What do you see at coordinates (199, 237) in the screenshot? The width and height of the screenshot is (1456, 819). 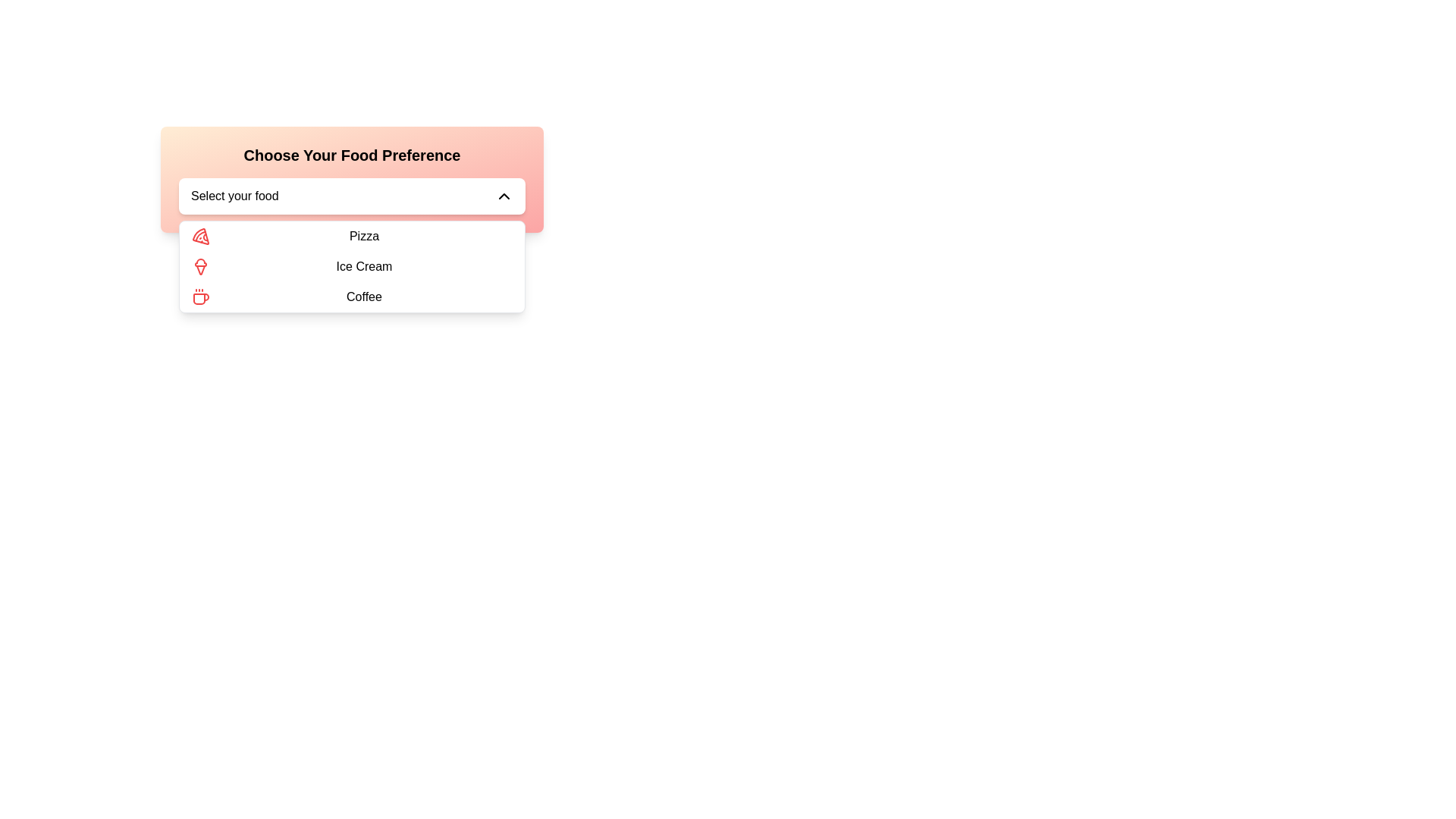 I see `the pizza slice icon in the dropdown menu under 'Choose Your Food Preference', which is styled in red and positioned to the left of the text 'Pizza'` at bounding box center [199, 237].